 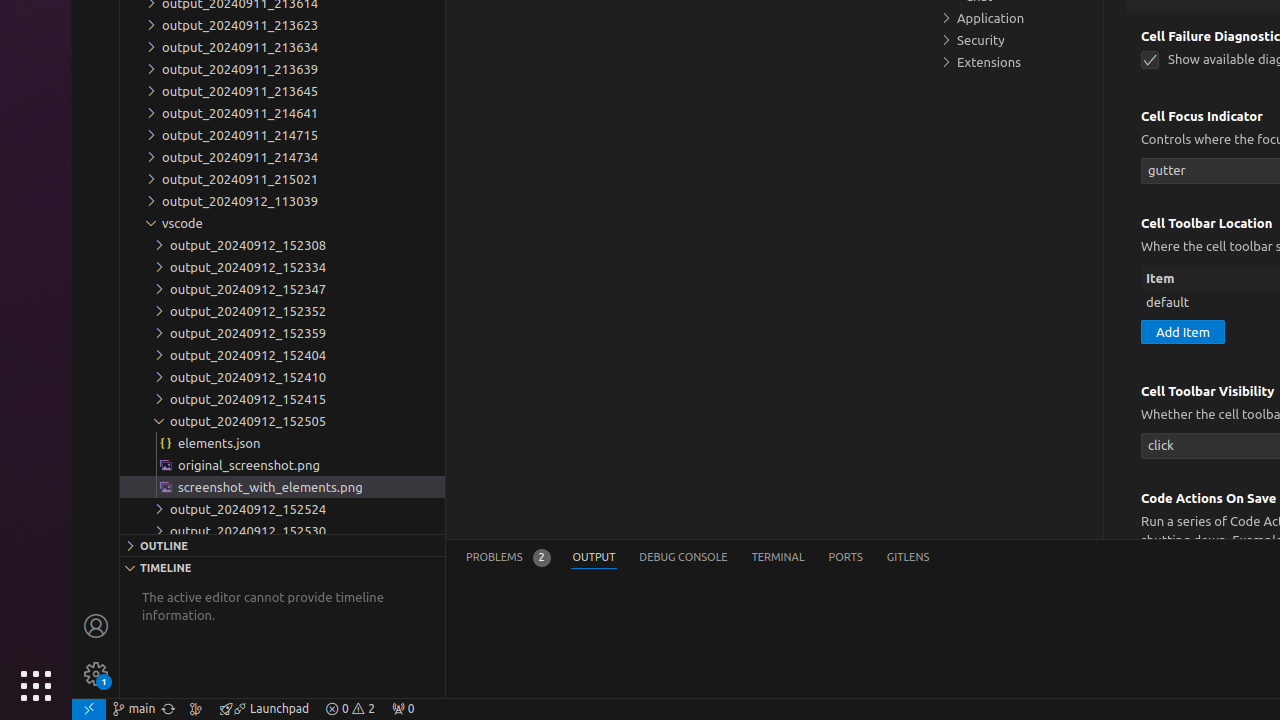 I want to click on 'output_20240911_214734', so click(x=281, y=156).